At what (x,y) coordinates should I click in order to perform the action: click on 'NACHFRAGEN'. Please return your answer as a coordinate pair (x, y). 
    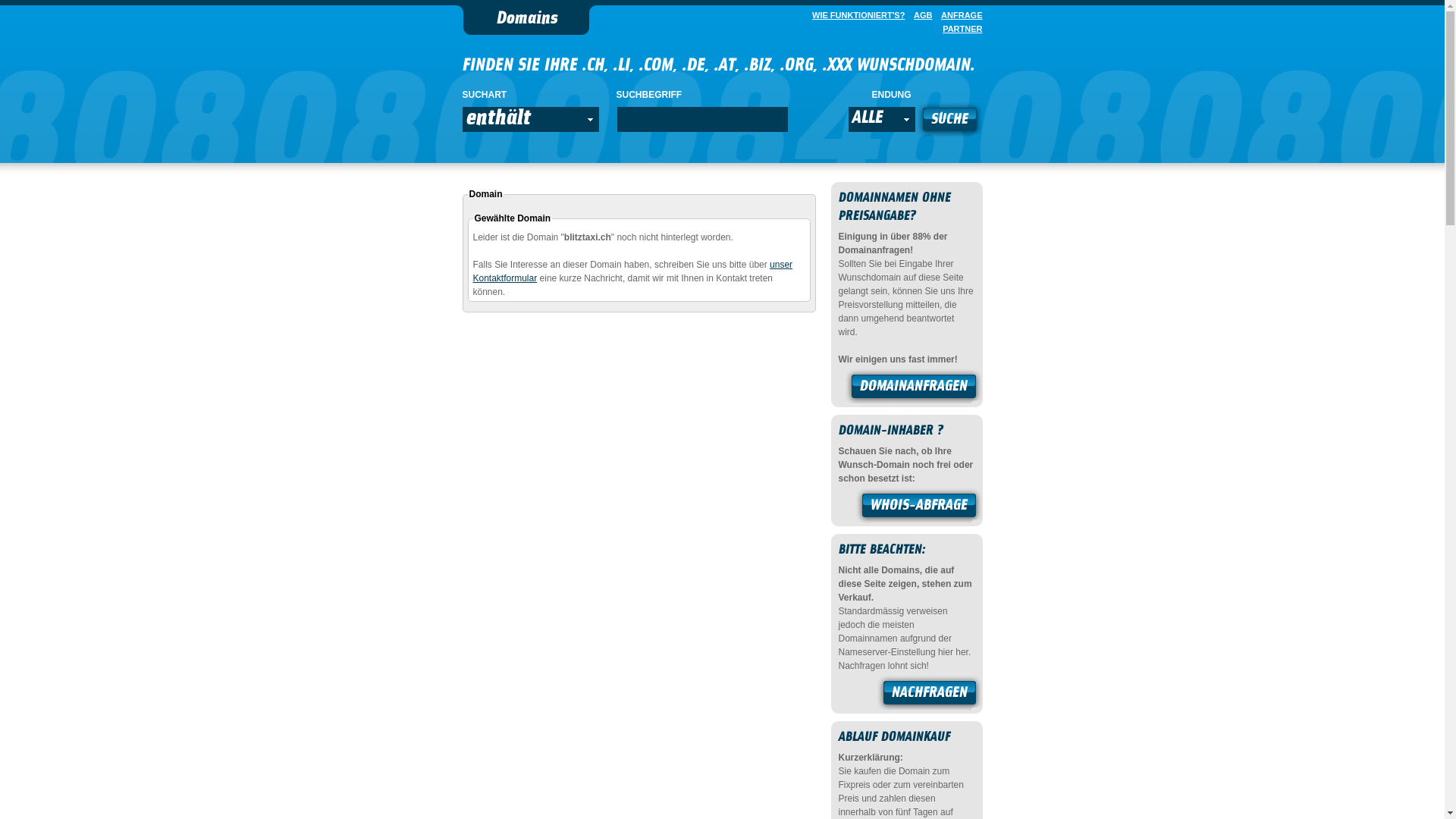
    Looking at the image, I should click on (928, 694).